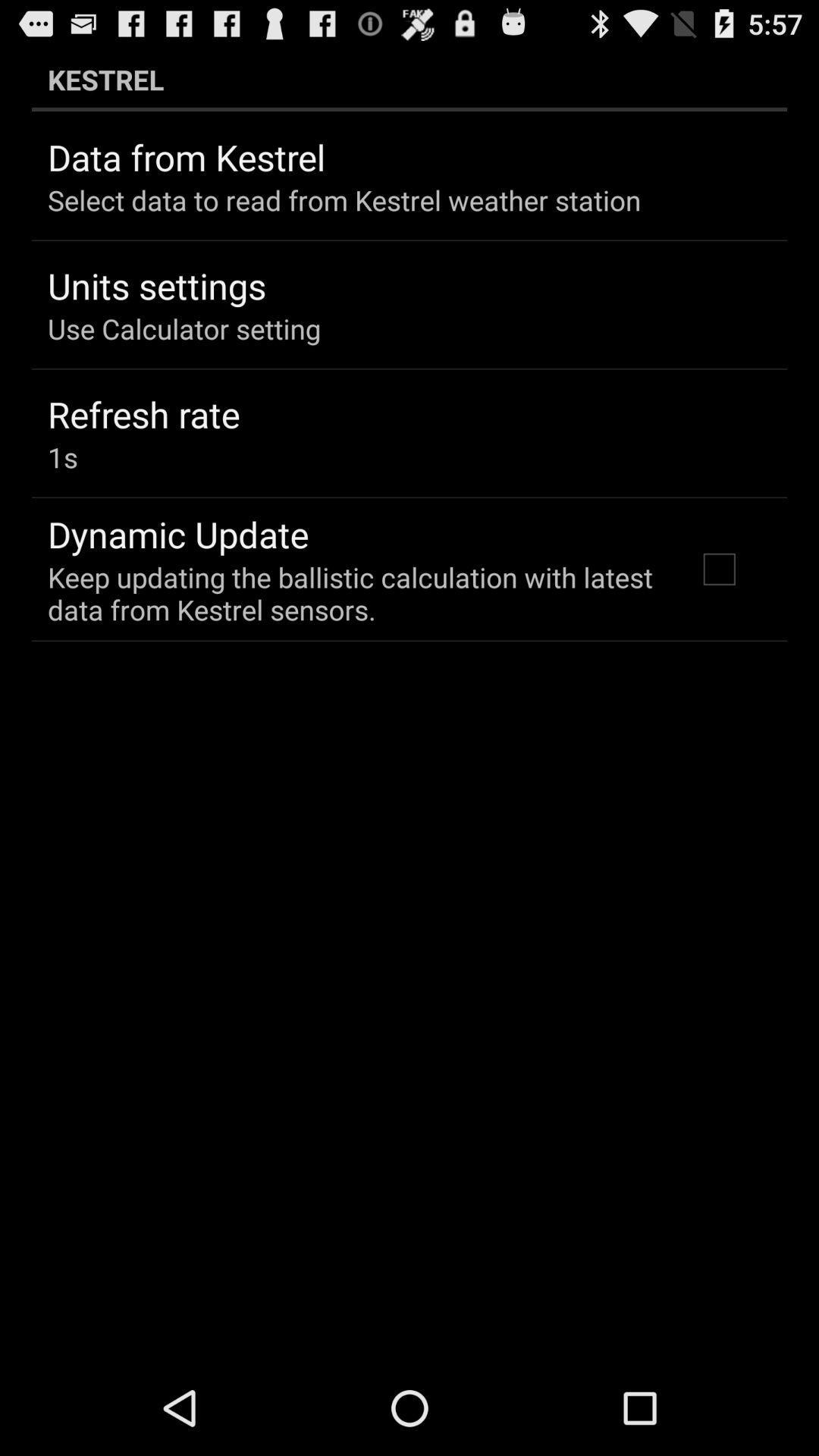  Describe the element at coordinates (718, 568) in the screenshot. I see `app next to the keep updating the app` at that location.